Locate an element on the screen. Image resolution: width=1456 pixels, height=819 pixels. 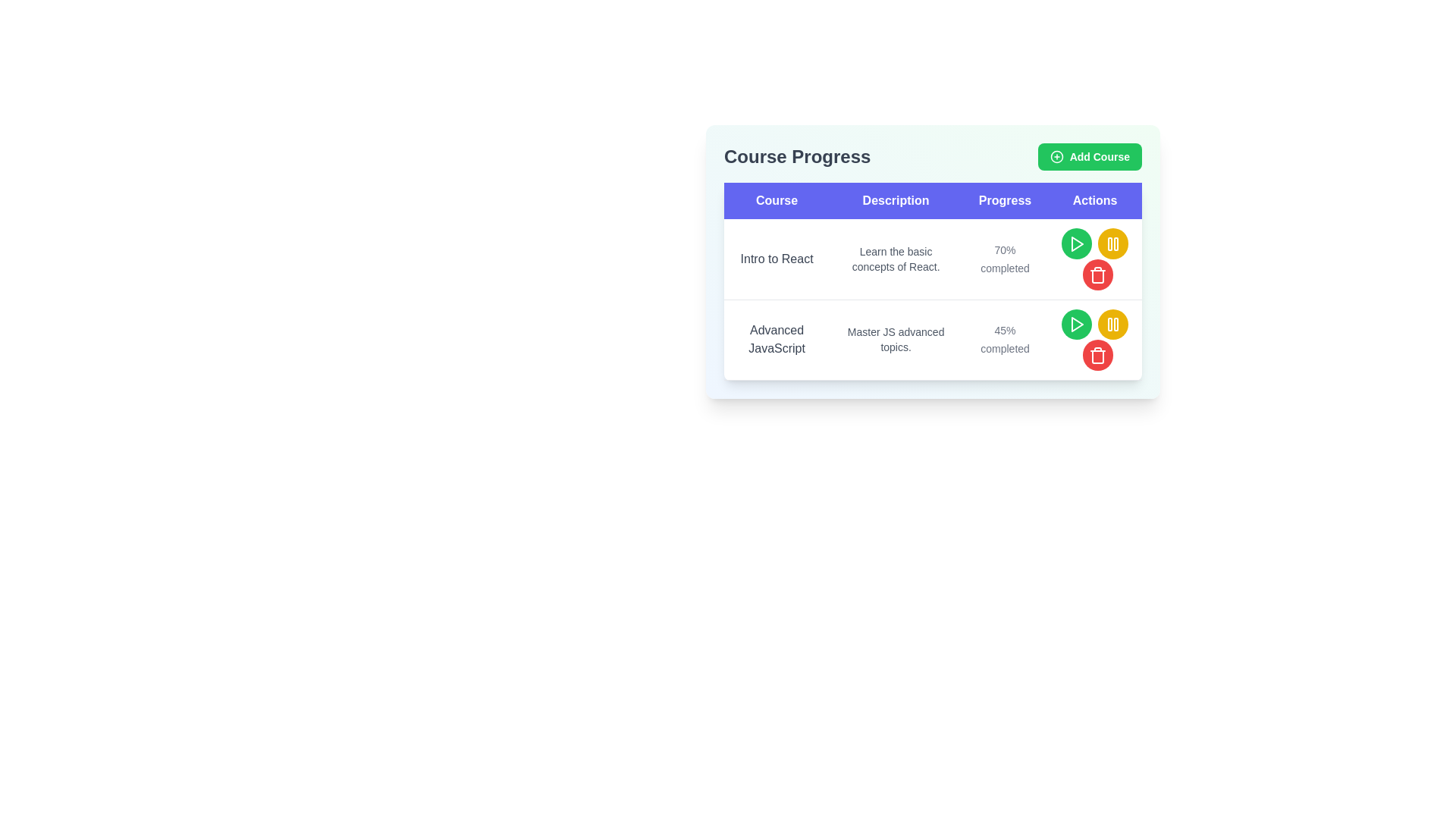
the text field displaying '45% completed' in the 'Progress' column for the 'Advanced JavaScript' course is located at coordinates (1005, 339).